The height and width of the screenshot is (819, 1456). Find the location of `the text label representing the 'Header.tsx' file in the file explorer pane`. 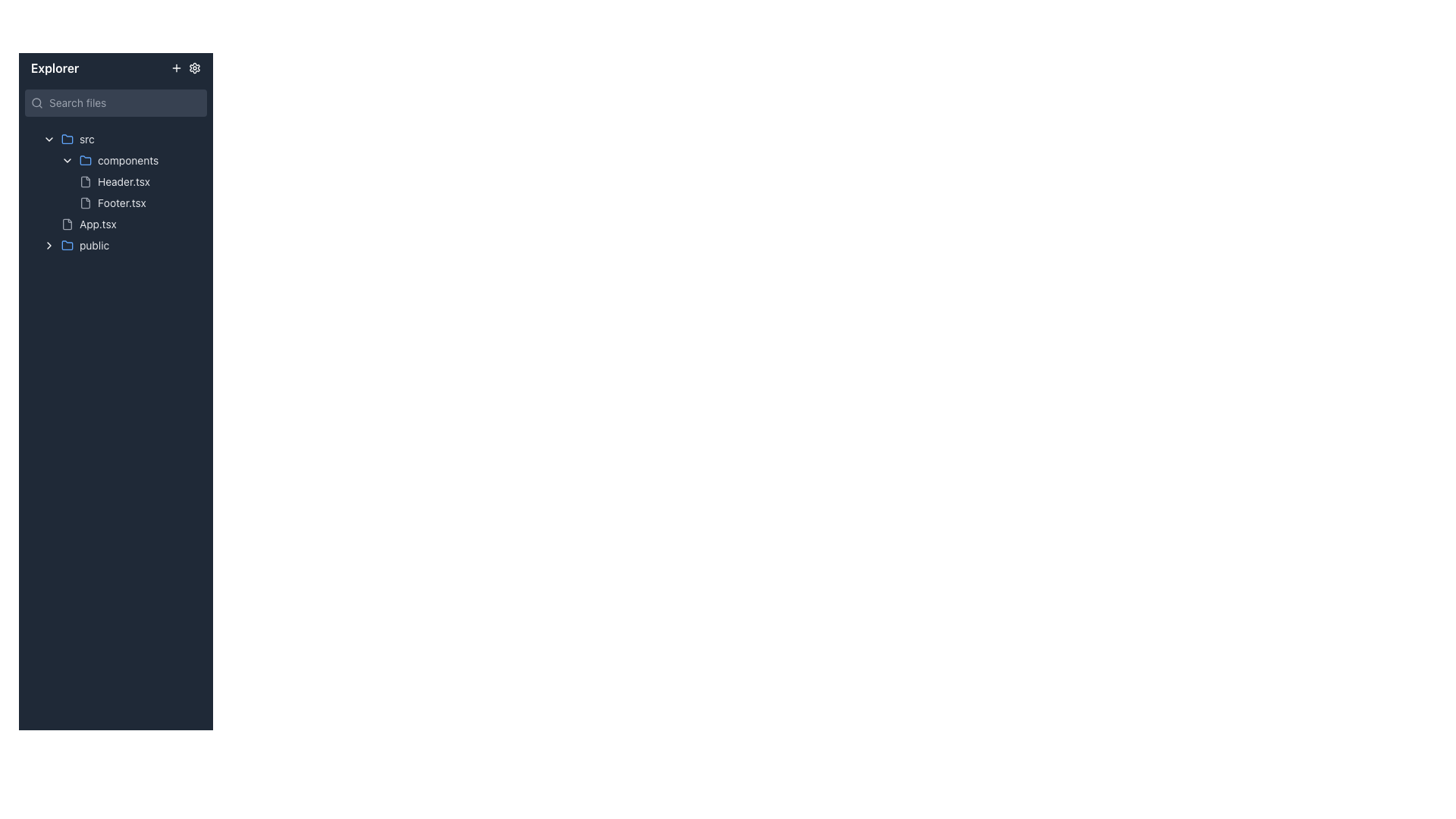

the text label representing the 'Header.tsx' file in the file explorer pane is located at coordinates (124, 180).